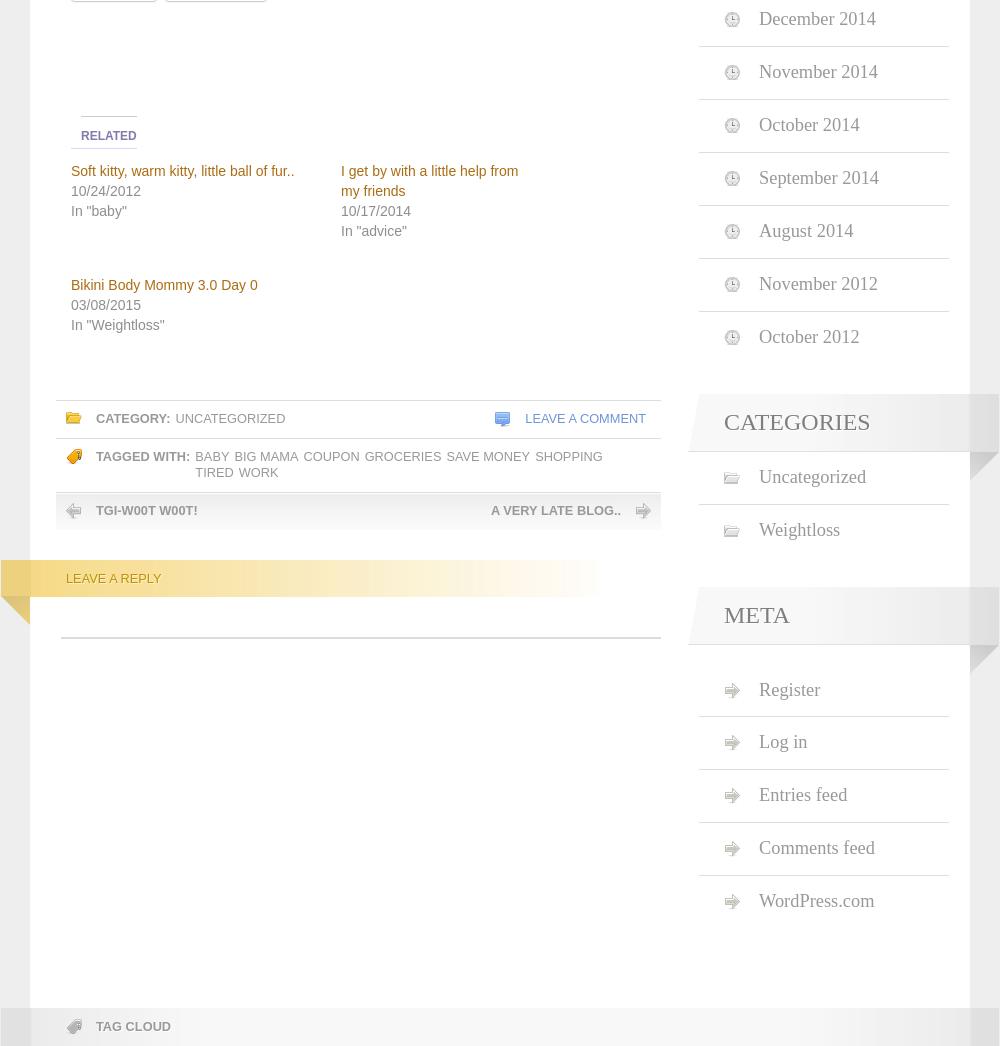  What do you see at coordinates (817, 283) in the screenshot?
I see `'November 2012'` at bounding box center [817, 283].